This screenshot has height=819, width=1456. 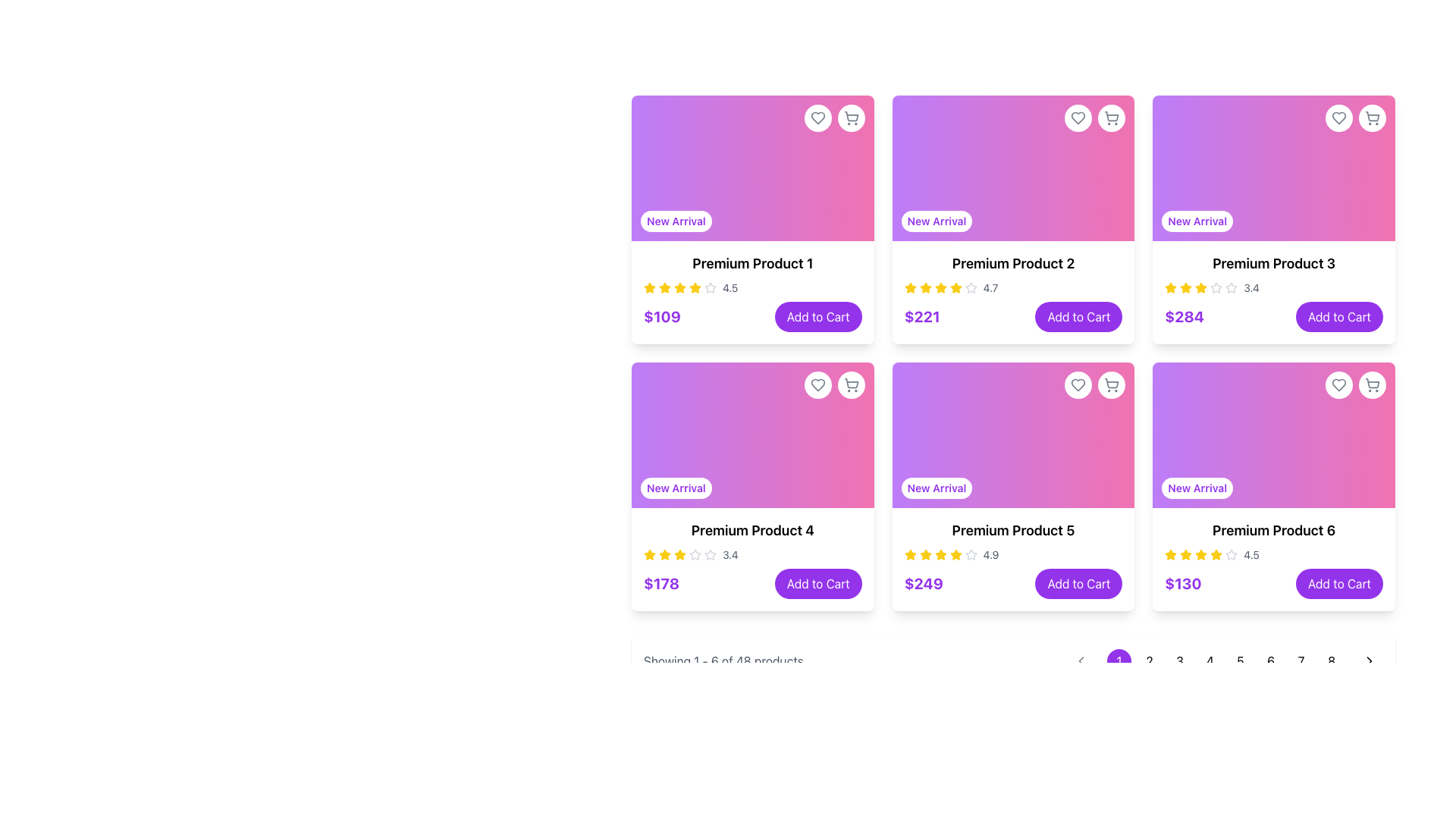 I want to click on the second star-shaped yellow icon in the five-star rating system for 'Premium Product 1', so click(x=694, y=287).